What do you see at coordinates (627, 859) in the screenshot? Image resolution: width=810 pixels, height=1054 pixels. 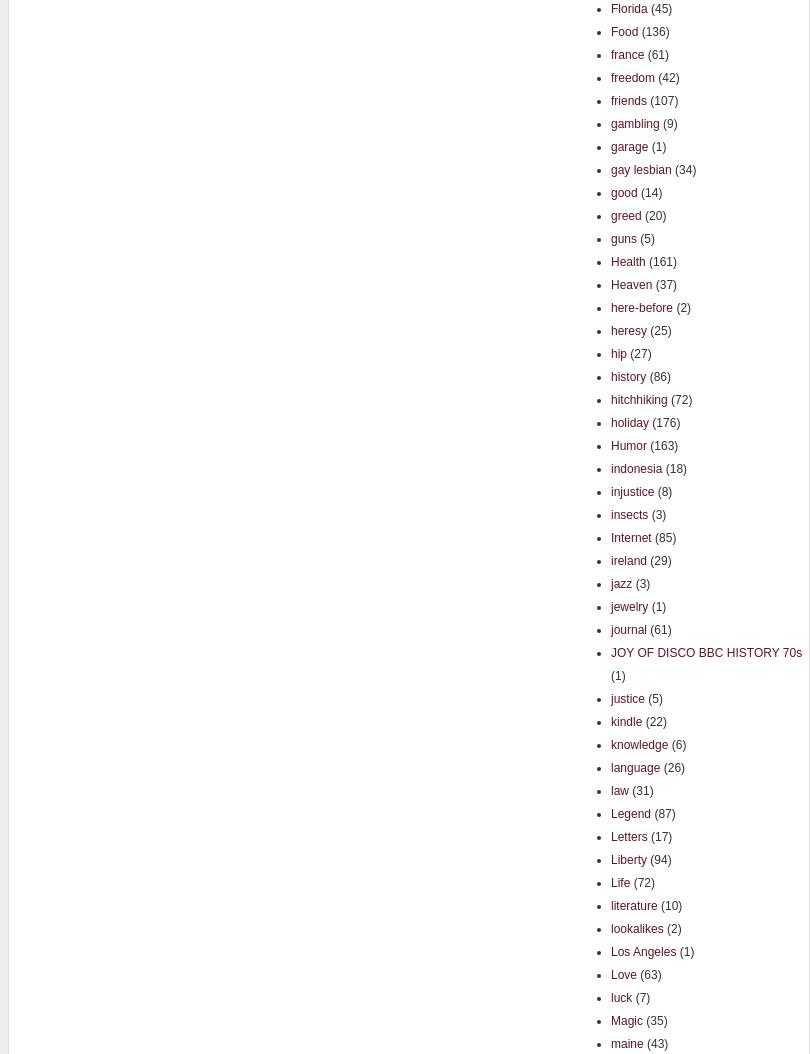 I see `'Liberty'` at bounding box center [627, 859].